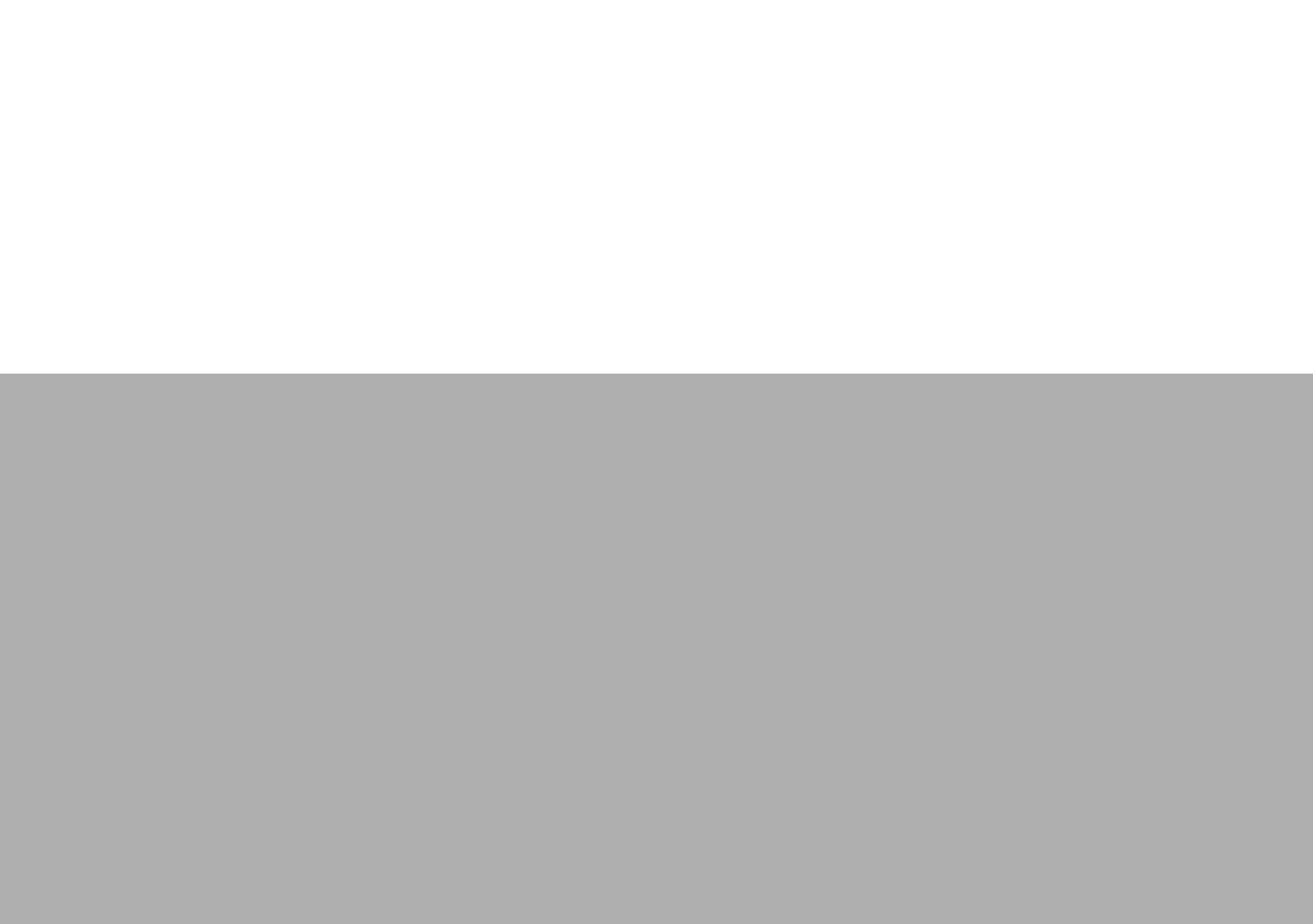 This screenshot has height=924, width=1313. Describe the element at coordinates (394, 673) in the screenshot. I see `'Black Friday'` at that location.